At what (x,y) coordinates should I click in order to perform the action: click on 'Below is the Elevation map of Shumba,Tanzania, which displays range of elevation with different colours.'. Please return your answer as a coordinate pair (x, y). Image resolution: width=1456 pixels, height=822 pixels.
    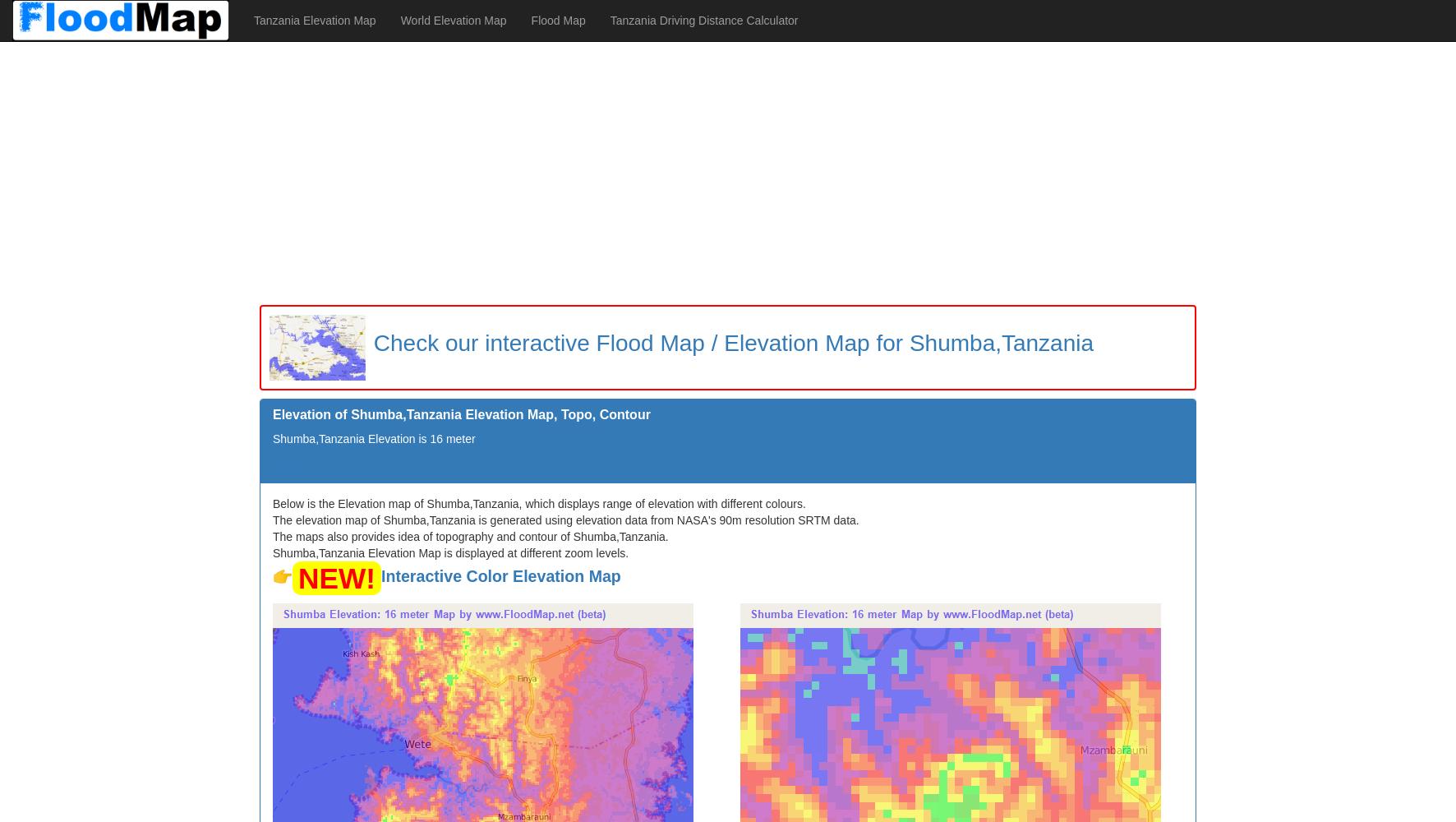
    Looking at the image, I should click on (538, 502).